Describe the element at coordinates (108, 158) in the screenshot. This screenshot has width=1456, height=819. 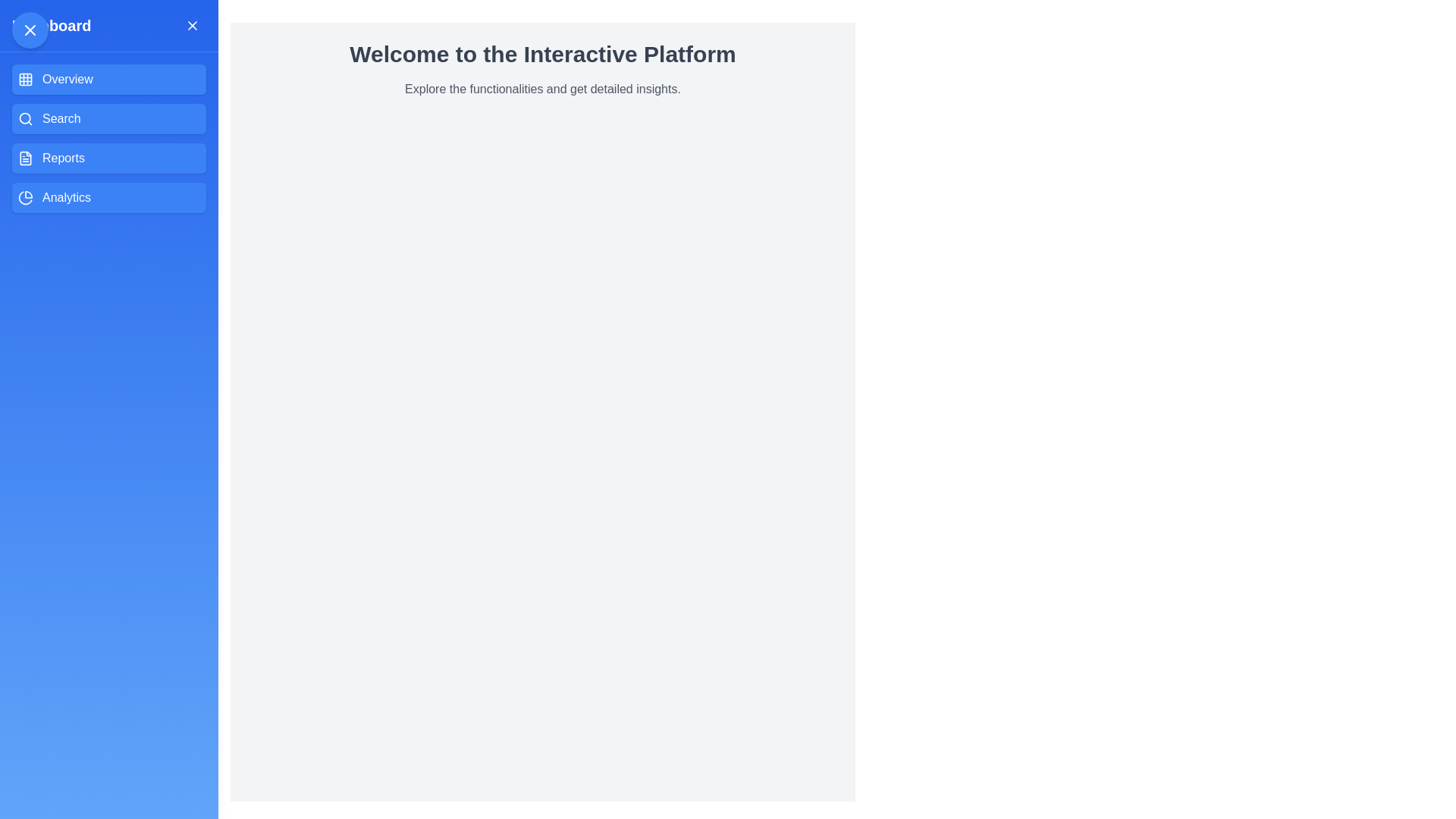
I see `the menu option Reports to navigate to the corresponding section` at that location.